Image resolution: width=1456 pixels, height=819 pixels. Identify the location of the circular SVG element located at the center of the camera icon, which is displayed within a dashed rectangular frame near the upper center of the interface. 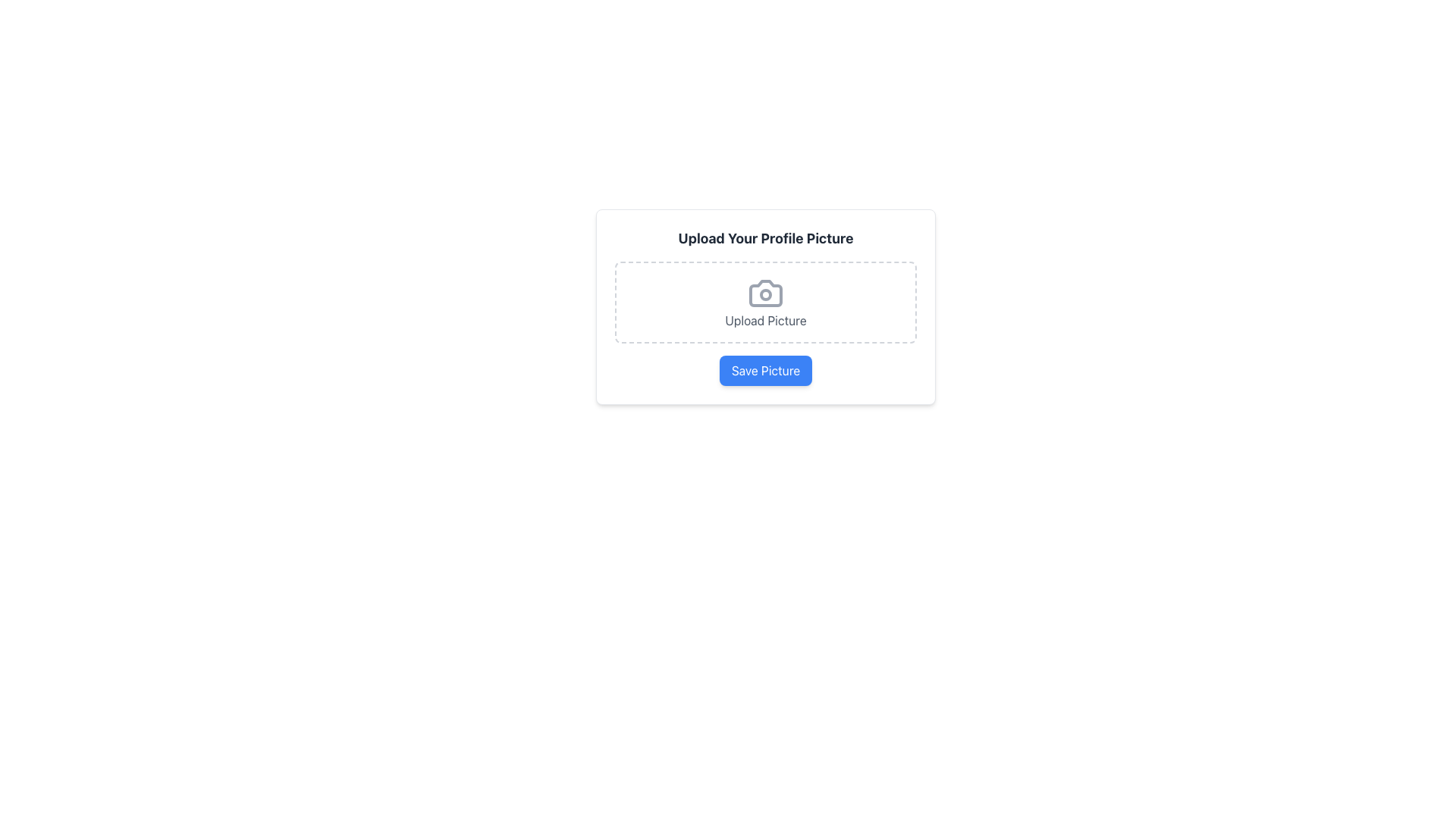
(765, 295).